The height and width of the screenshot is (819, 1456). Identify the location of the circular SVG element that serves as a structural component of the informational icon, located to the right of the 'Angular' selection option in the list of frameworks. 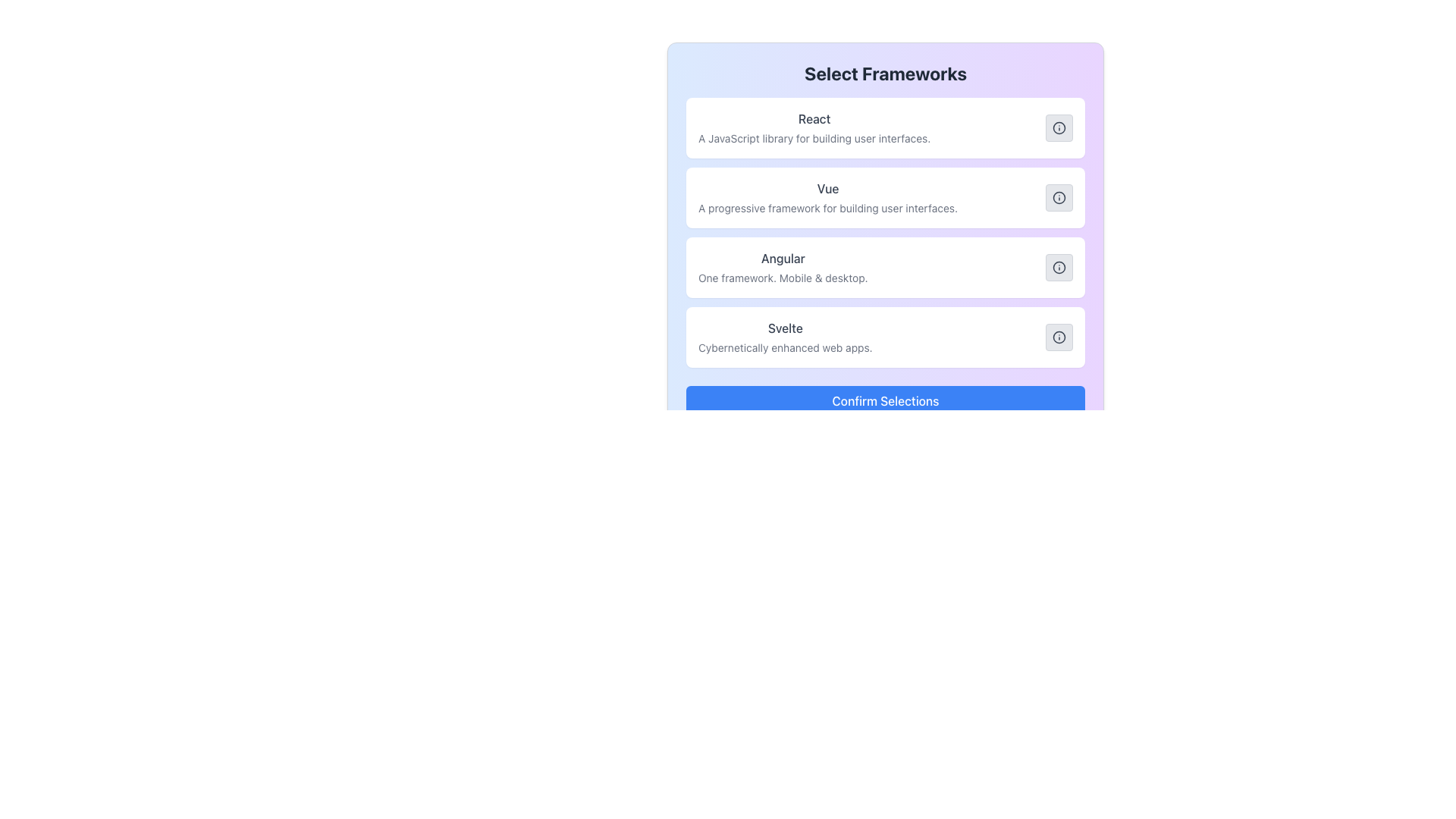
(1058, 267).